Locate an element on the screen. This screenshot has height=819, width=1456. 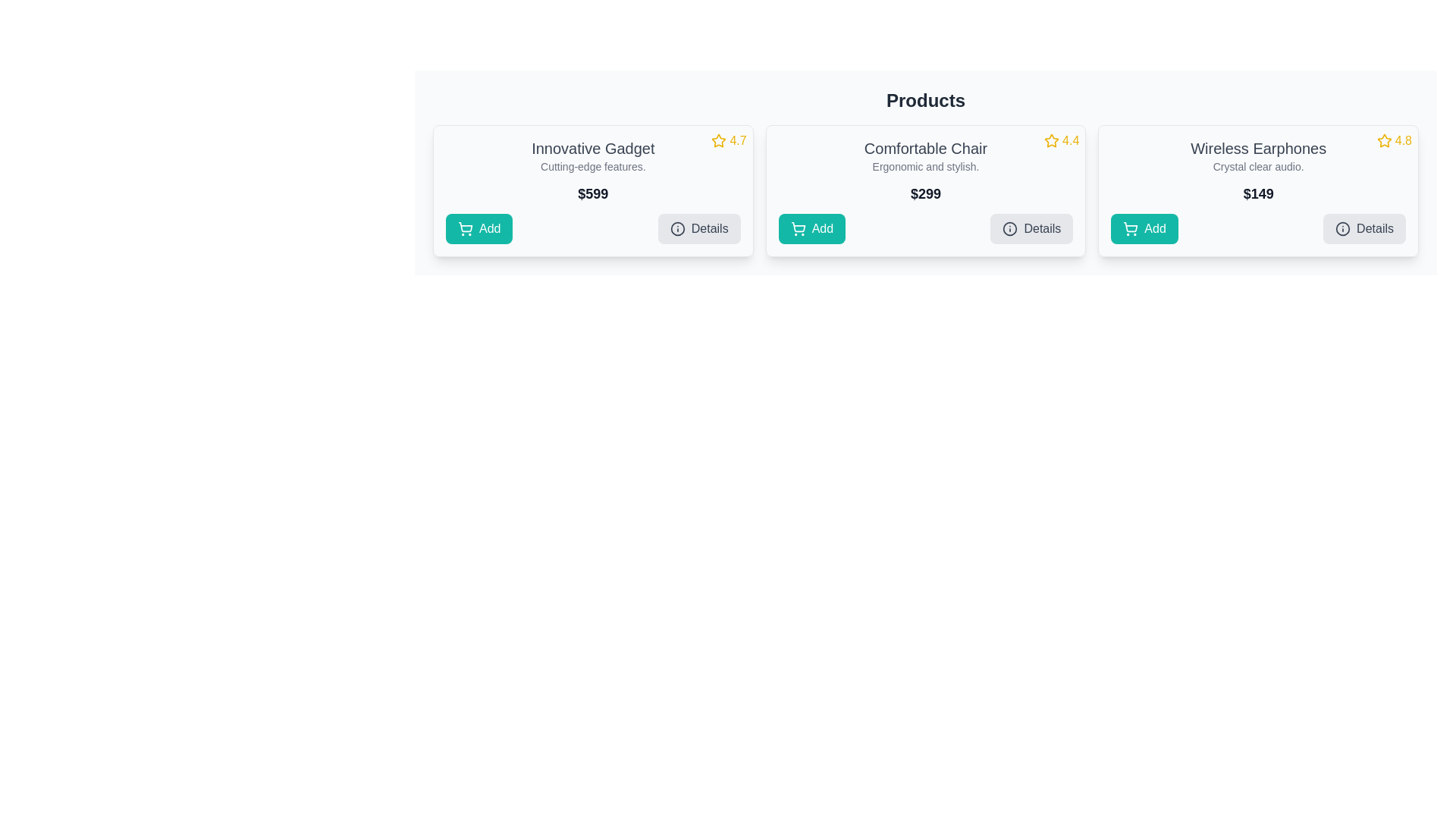
the price text label for the product 'Comfortable Chair', which is located below the descriptive text and above the action buttons in the central product card of the layout is located at coordinates (924, 193).